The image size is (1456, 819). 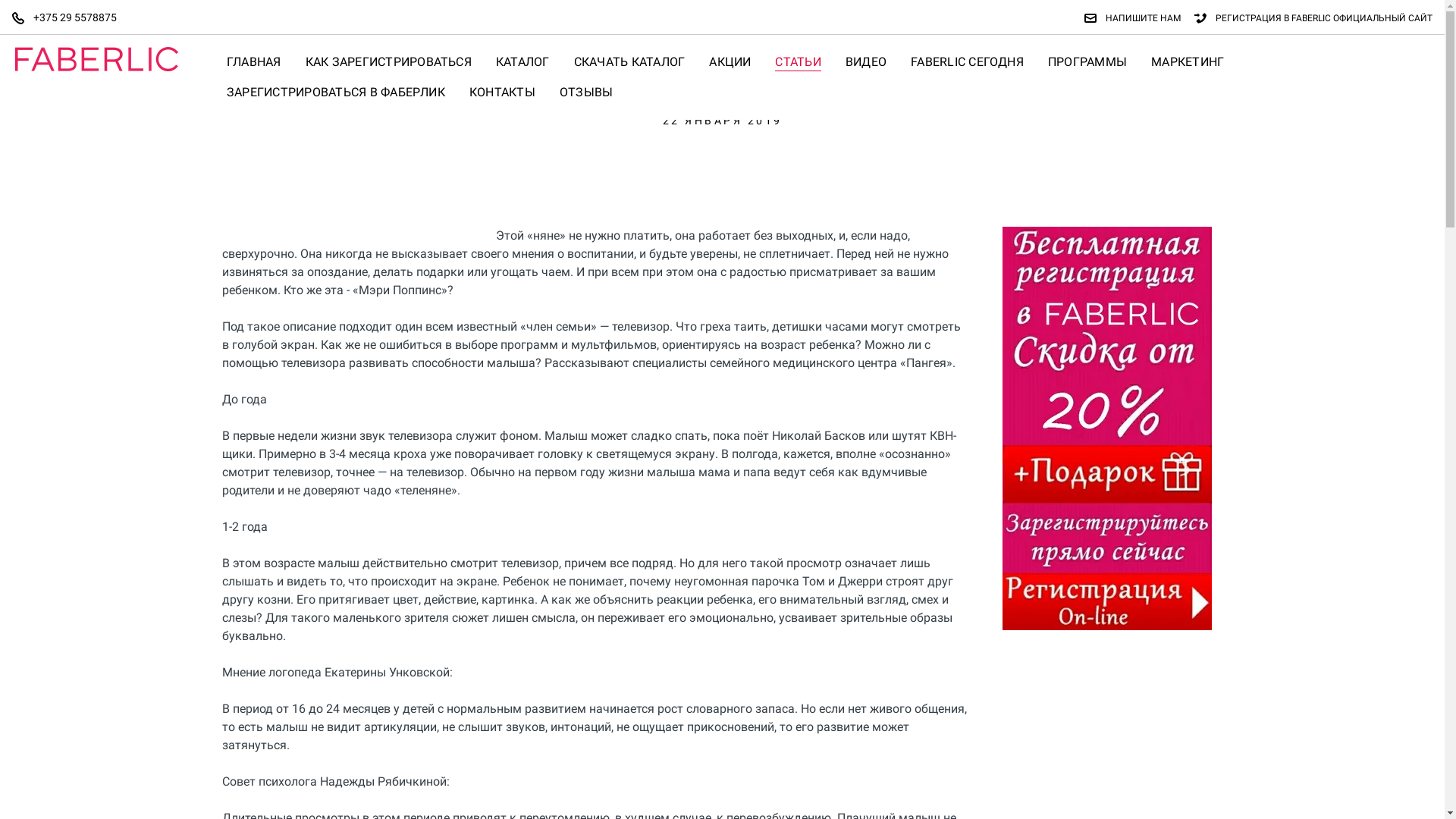 What do you see at coordinates (69, 17) in the screenshot?
I see `'+375 29 5578875'` at bounding box center [69, 17].